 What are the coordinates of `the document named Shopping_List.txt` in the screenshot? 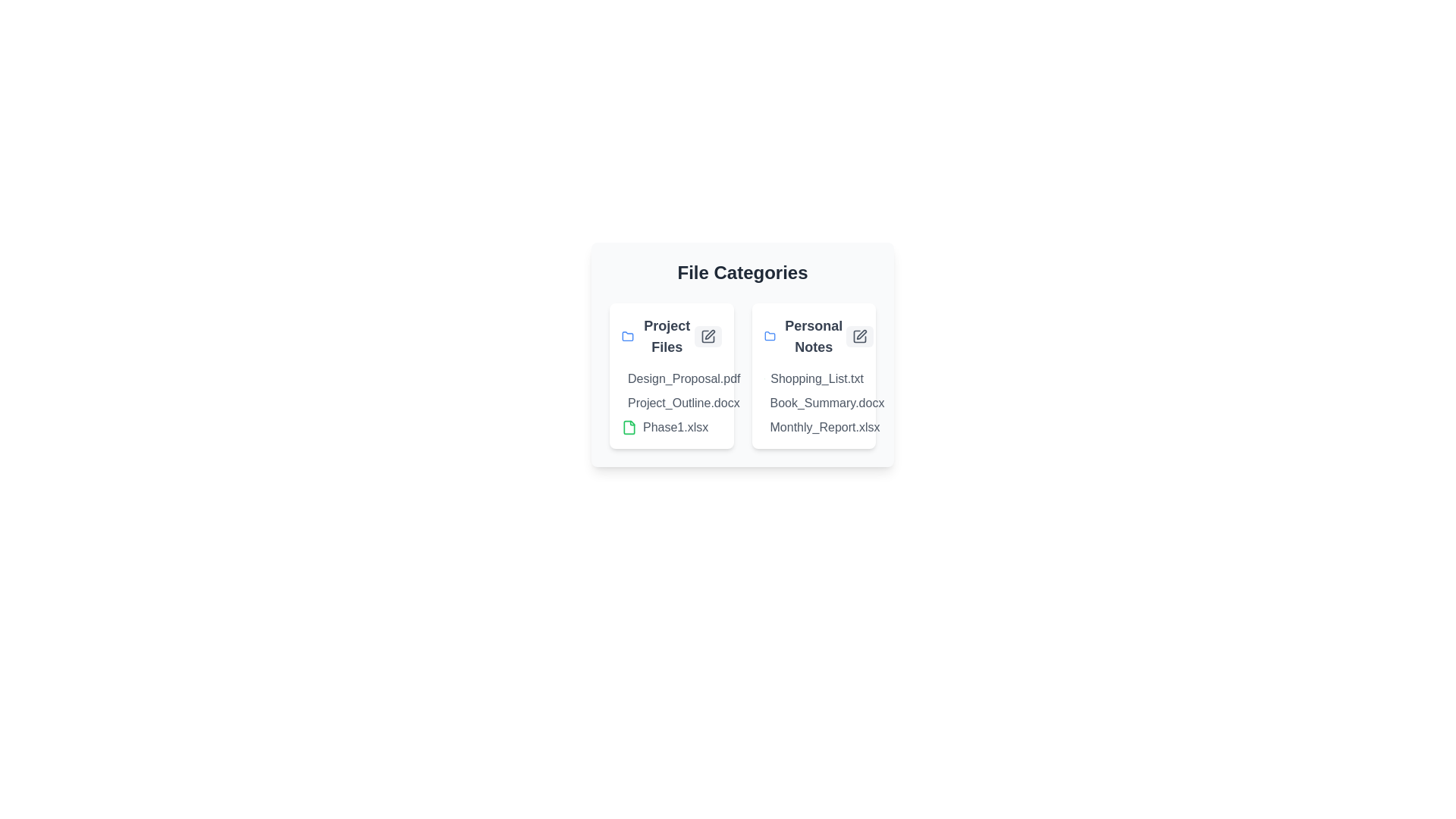 It's located at (795, 378).